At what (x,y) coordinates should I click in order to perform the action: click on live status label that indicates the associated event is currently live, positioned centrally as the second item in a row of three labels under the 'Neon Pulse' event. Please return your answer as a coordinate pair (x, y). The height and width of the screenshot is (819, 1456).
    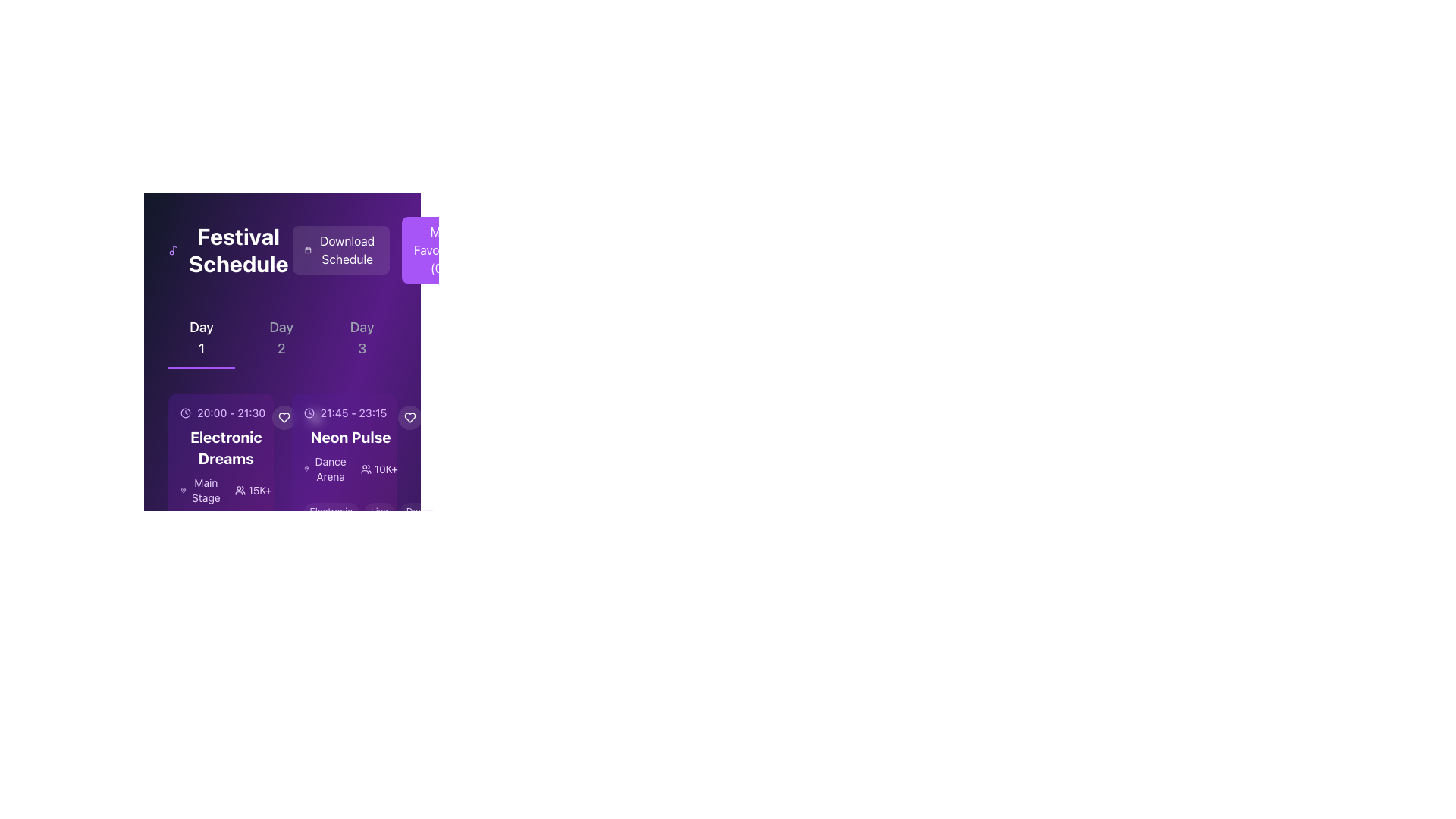
    Looking at the image, I should click on (379, 512).